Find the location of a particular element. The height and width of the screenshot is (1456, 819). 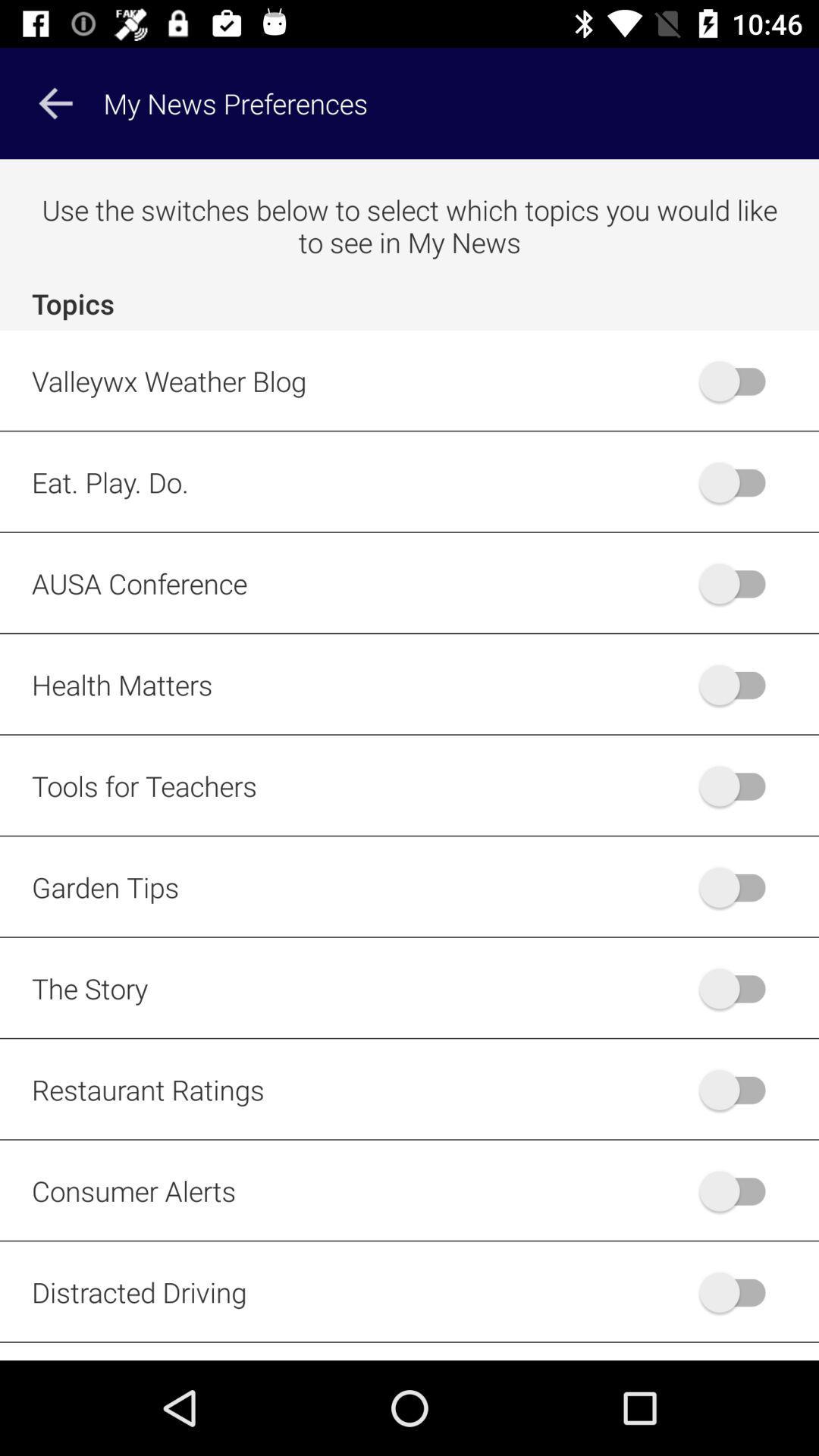

restaurant ratings is located at coordinates (739, 1088).